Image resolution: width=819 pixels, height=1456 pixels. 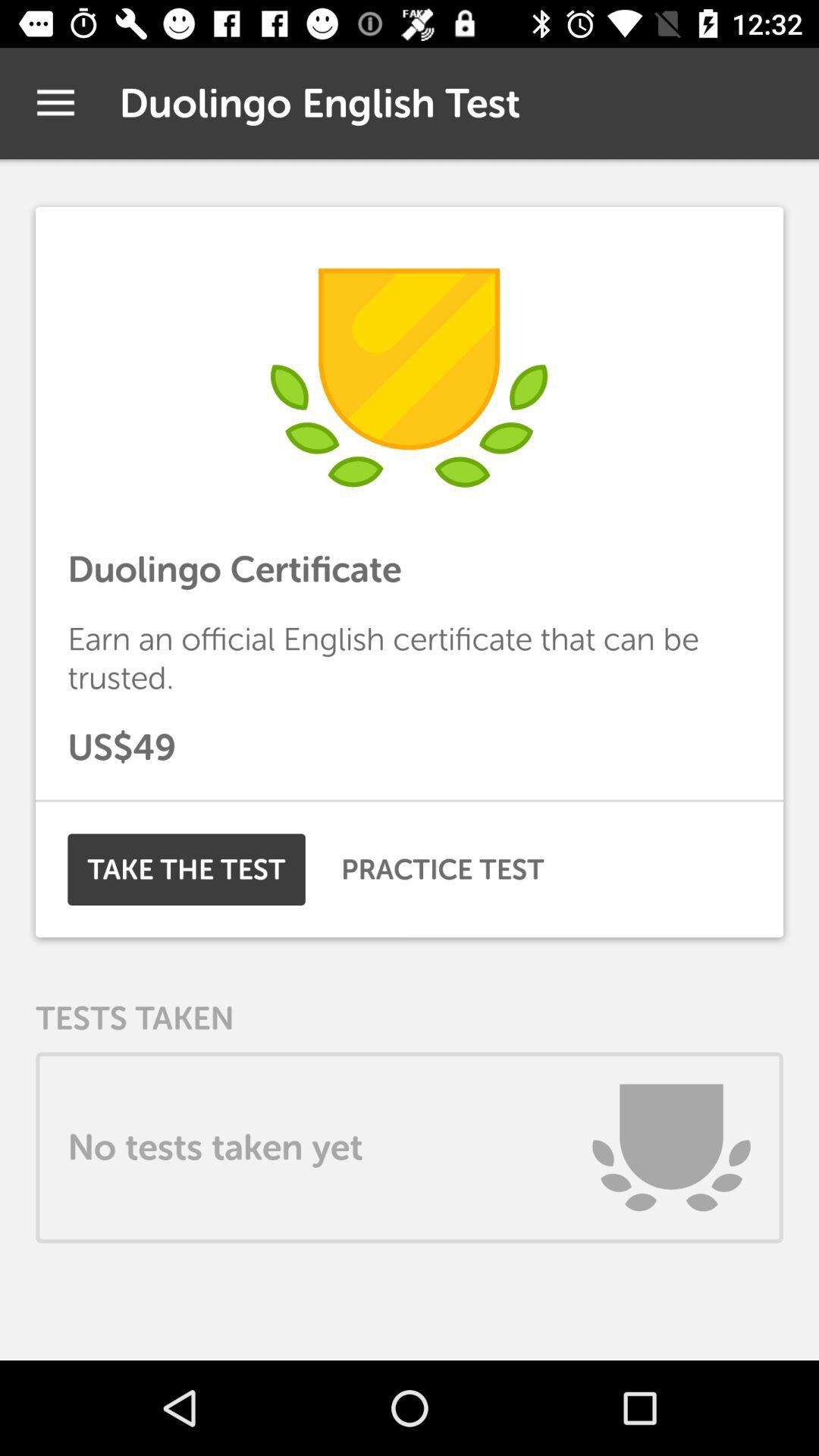 What do you see at coordinates (186, 869) in the screenshot?
I see `the item on the left` at bounding box center [186, 869].